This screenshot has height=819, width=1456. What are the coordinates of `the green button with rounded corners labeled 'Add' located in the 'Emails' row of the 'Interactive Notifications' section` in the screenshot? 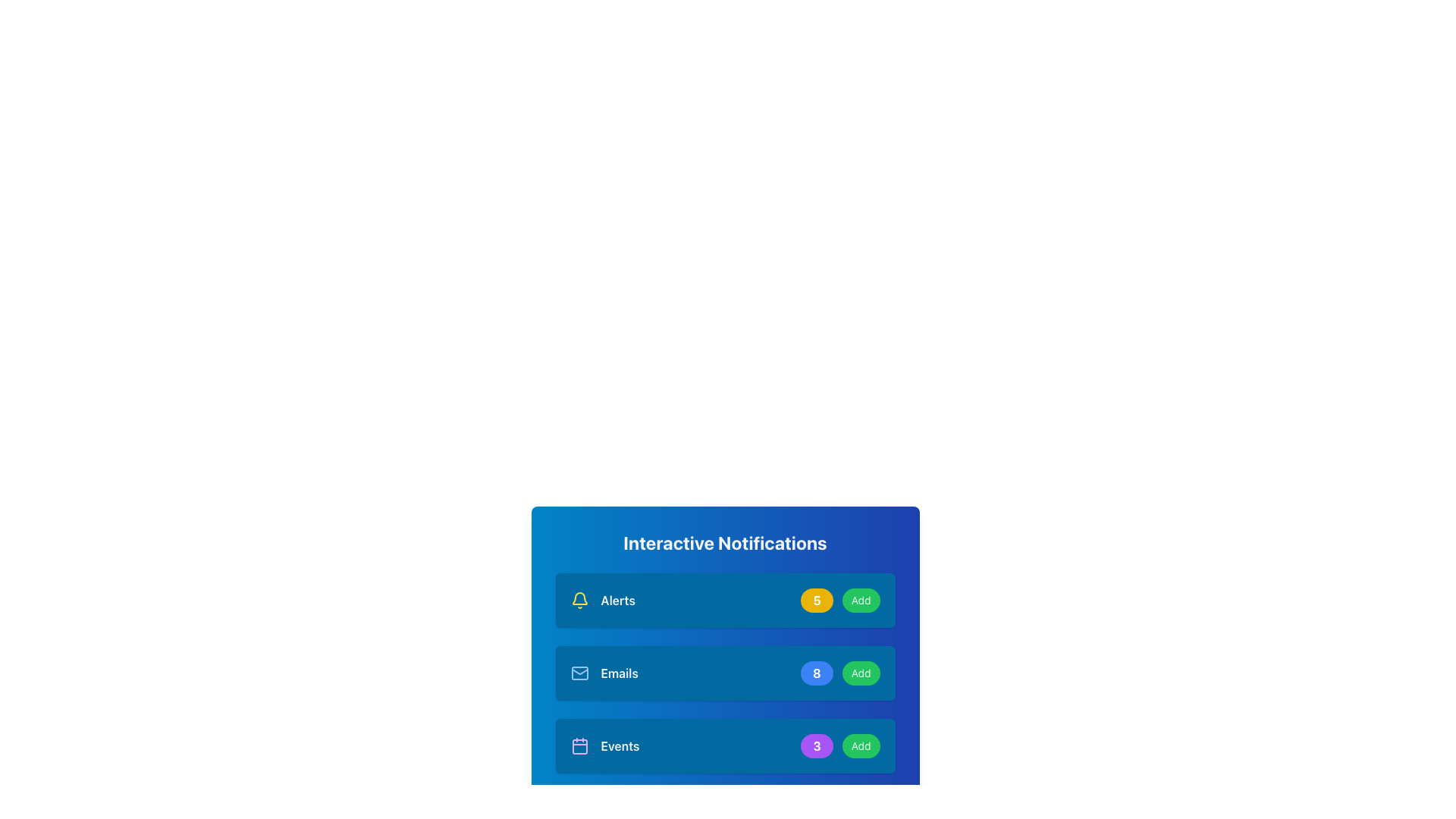 It's located at (860, 672).